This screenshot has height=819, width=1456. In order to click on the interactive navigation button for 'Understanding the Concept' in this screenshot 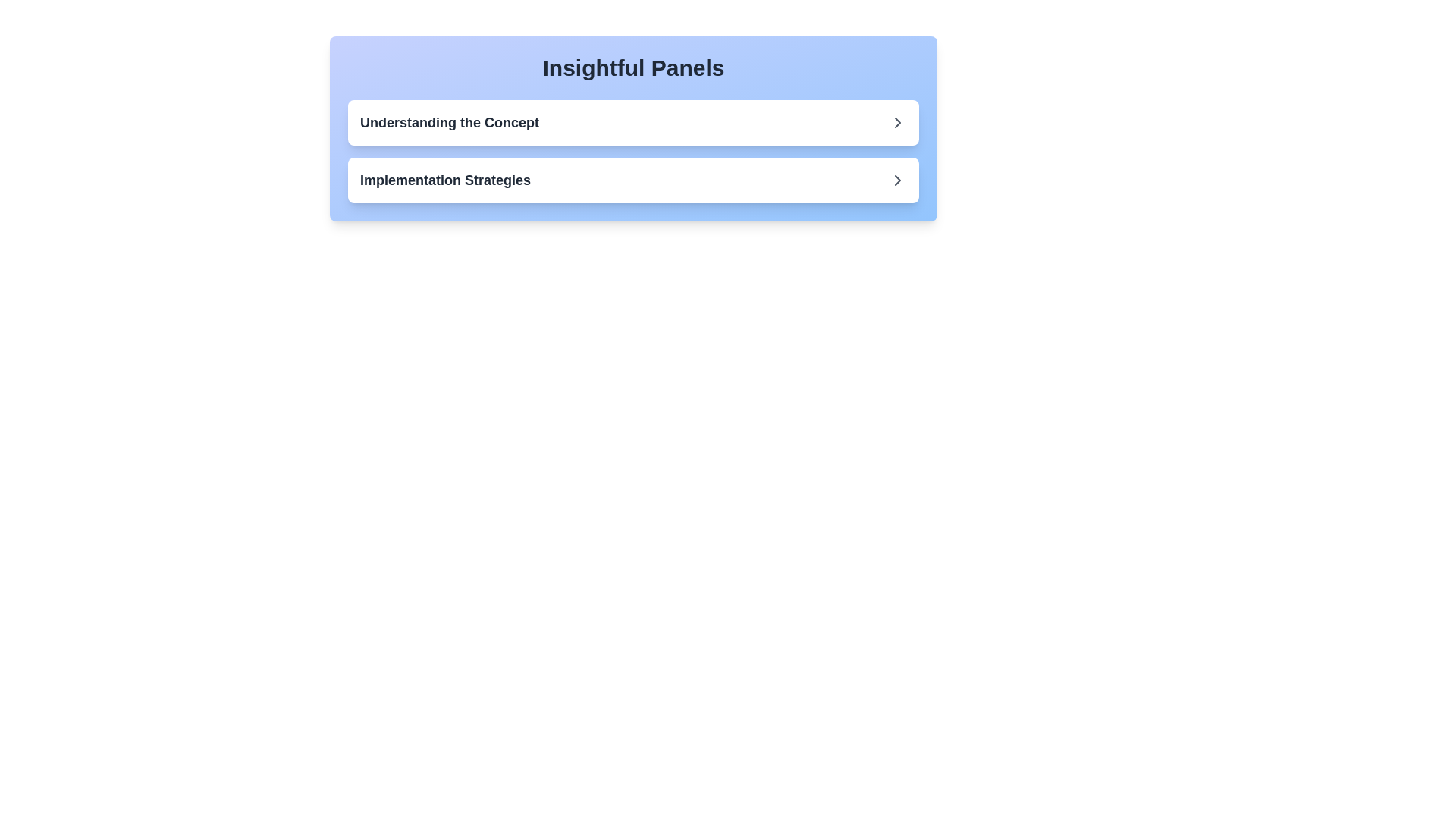, I will do `click(633, 122)`.